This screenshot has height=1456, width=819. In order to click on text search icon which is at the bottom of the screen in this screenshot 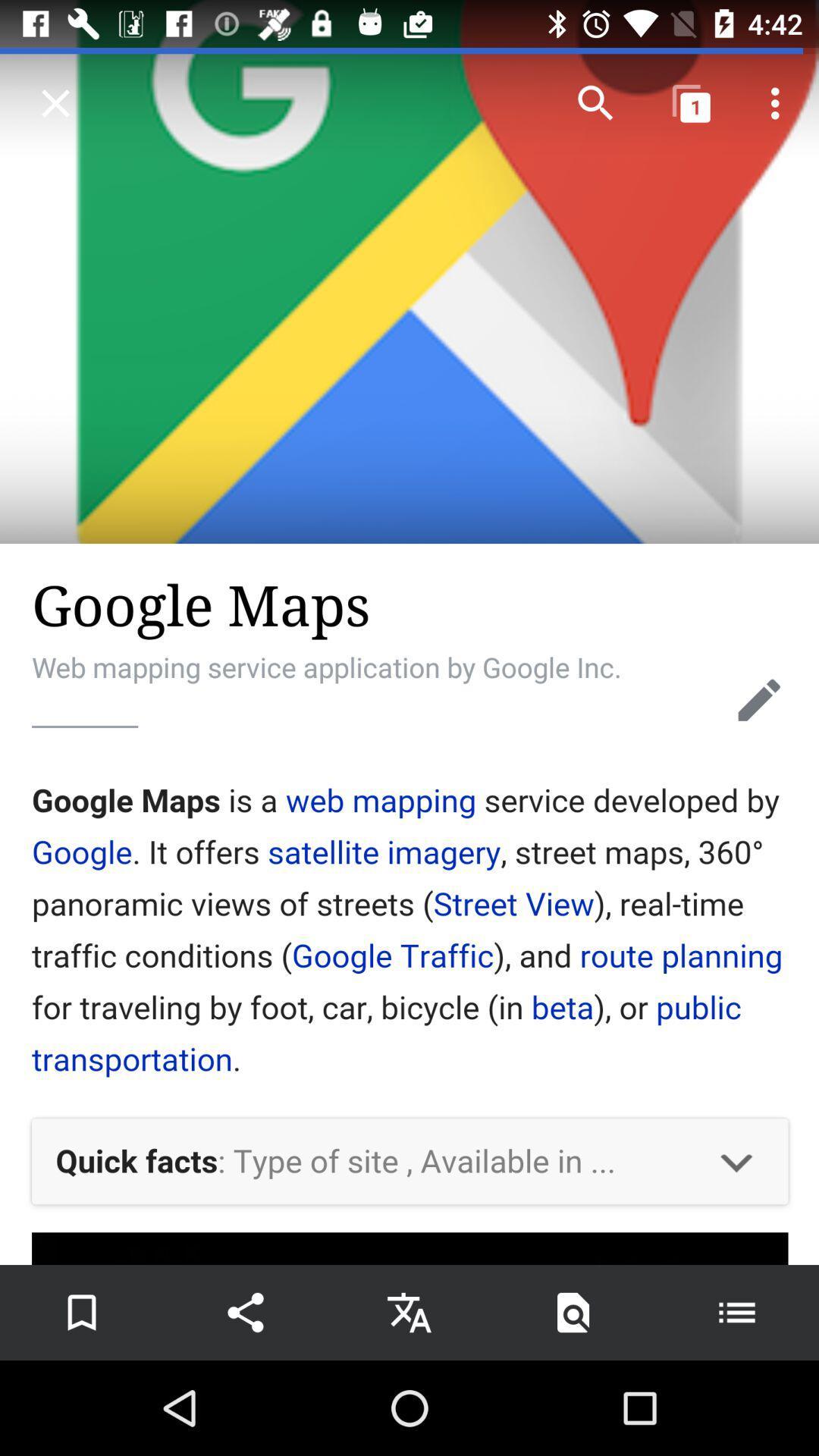, I will do `click(573, 1312)`.